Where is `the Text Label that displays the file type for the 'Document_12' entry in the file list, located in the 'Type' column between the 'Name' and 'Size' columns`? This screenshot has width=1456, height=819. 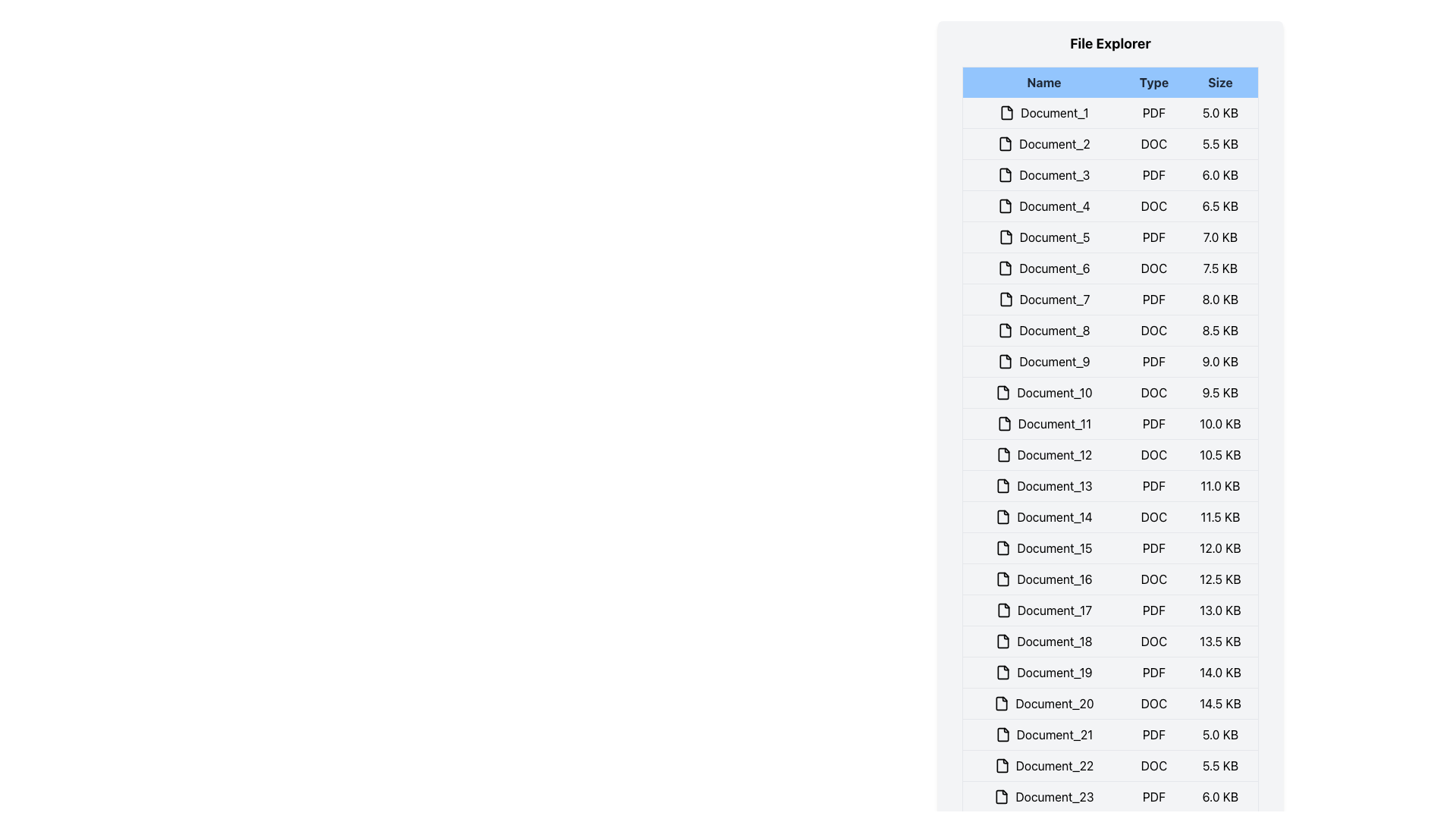 the Text Label that displays the file type for the 'Document_12' entry in the file list, located in the 'Type' column between the 'Name' and 'Size' columns is located at coordinates (1153, 454).